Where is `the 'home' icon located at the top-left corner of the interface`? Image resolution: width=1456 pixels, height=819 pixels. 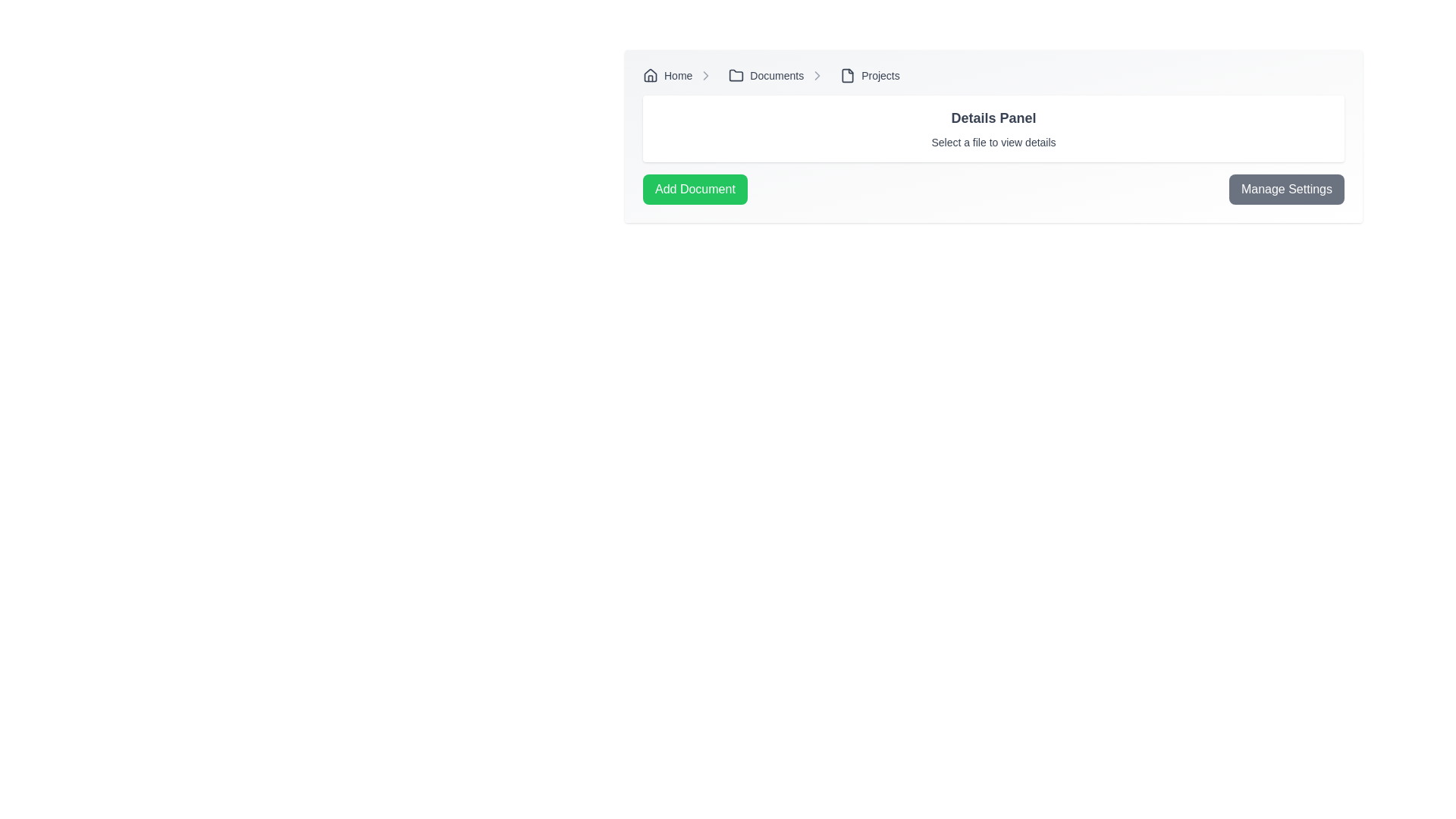 the 'home' icon located at the top-left corner of the interface is located at coordinates (651, 75).